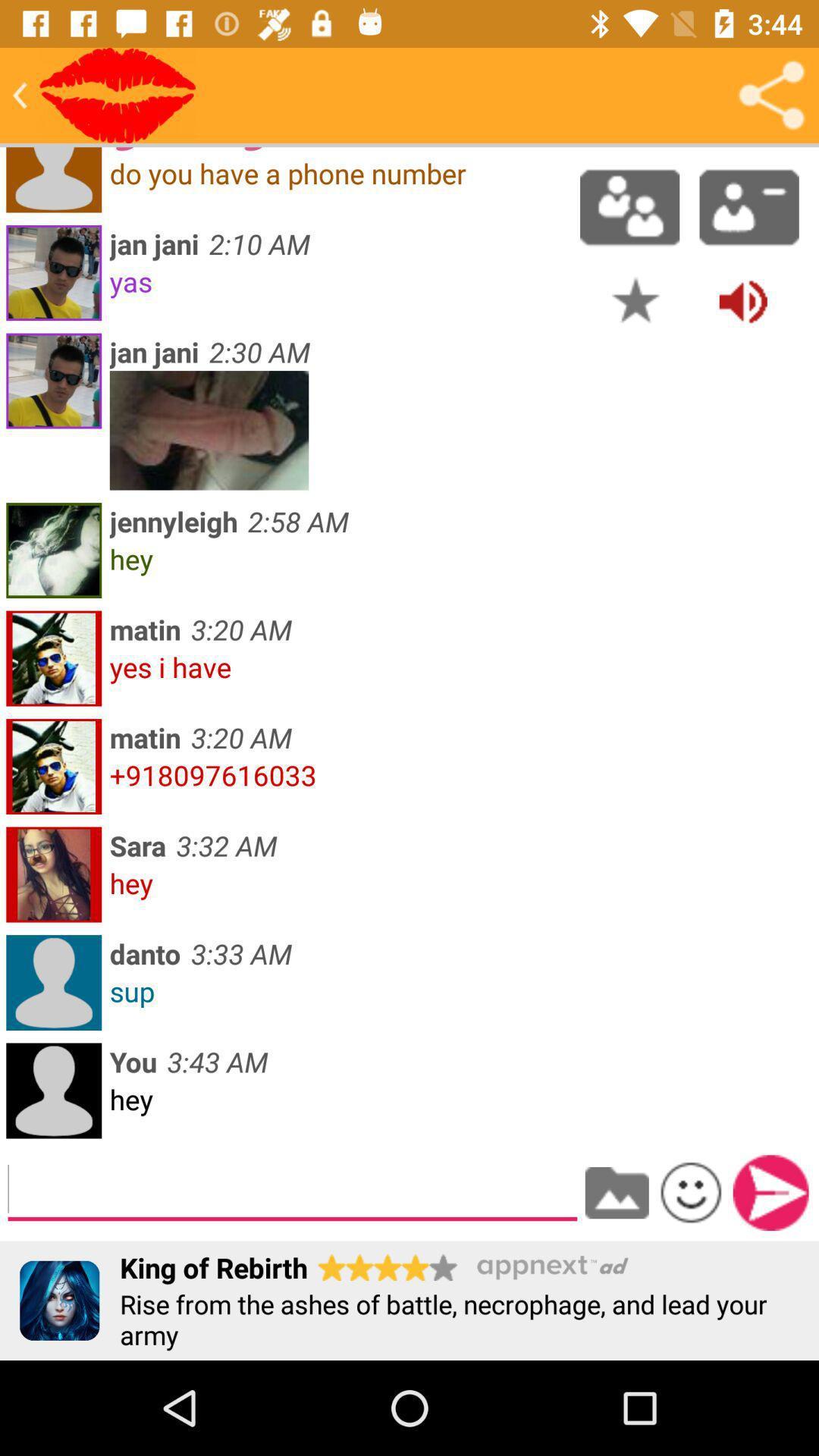  What do you see at coordinates (748, 206) in the screenshot?
I see `remove contact` at bounding box center [748, 206].